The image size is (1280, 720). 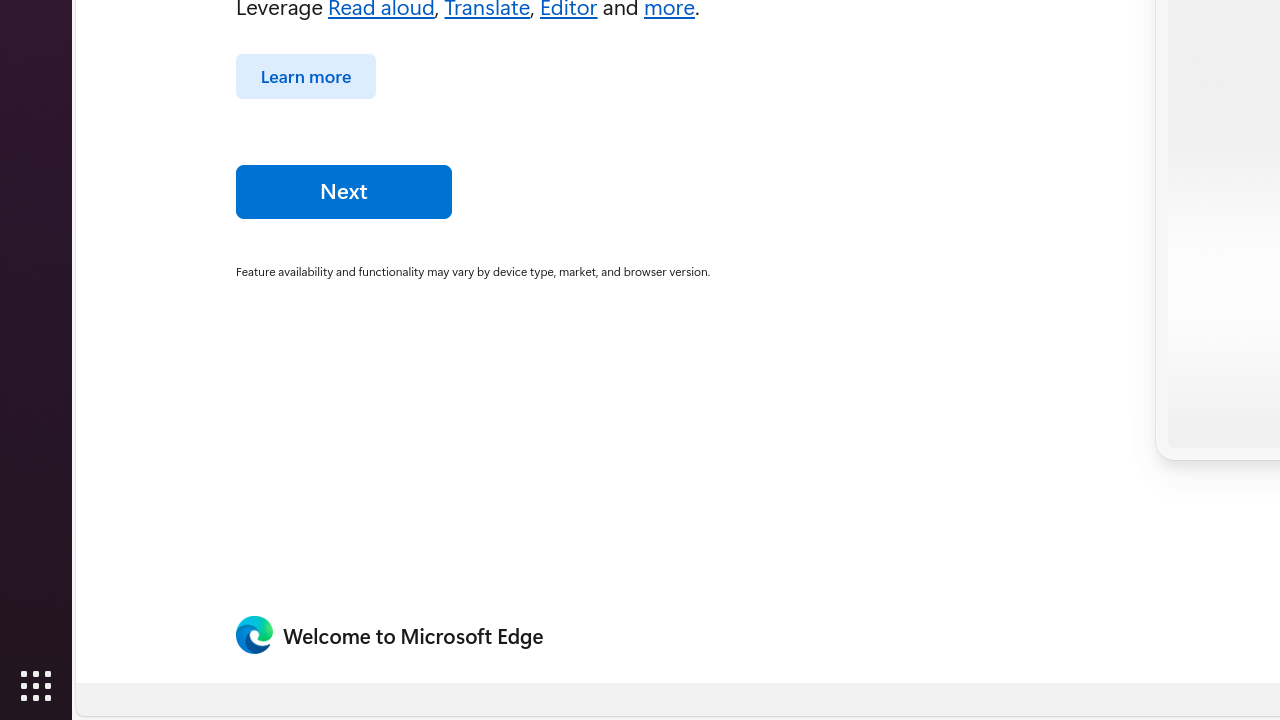 I want to click on 'Show Applications', so click(x=35, y=685).